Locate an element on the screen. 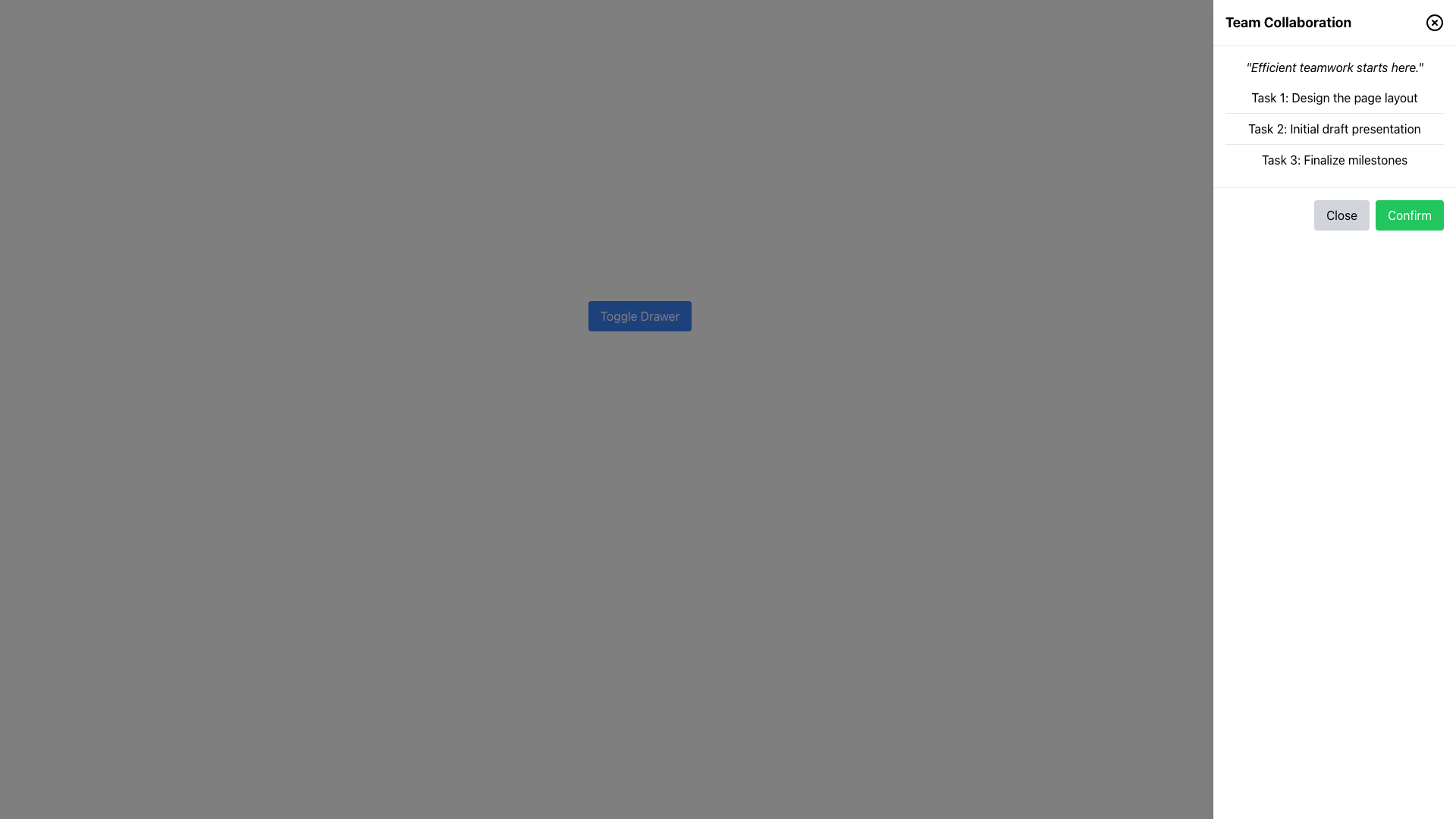  the circular close button located in the top-right corner of the 'Team Collaboration' panel is located at coordinates (1433, 23).